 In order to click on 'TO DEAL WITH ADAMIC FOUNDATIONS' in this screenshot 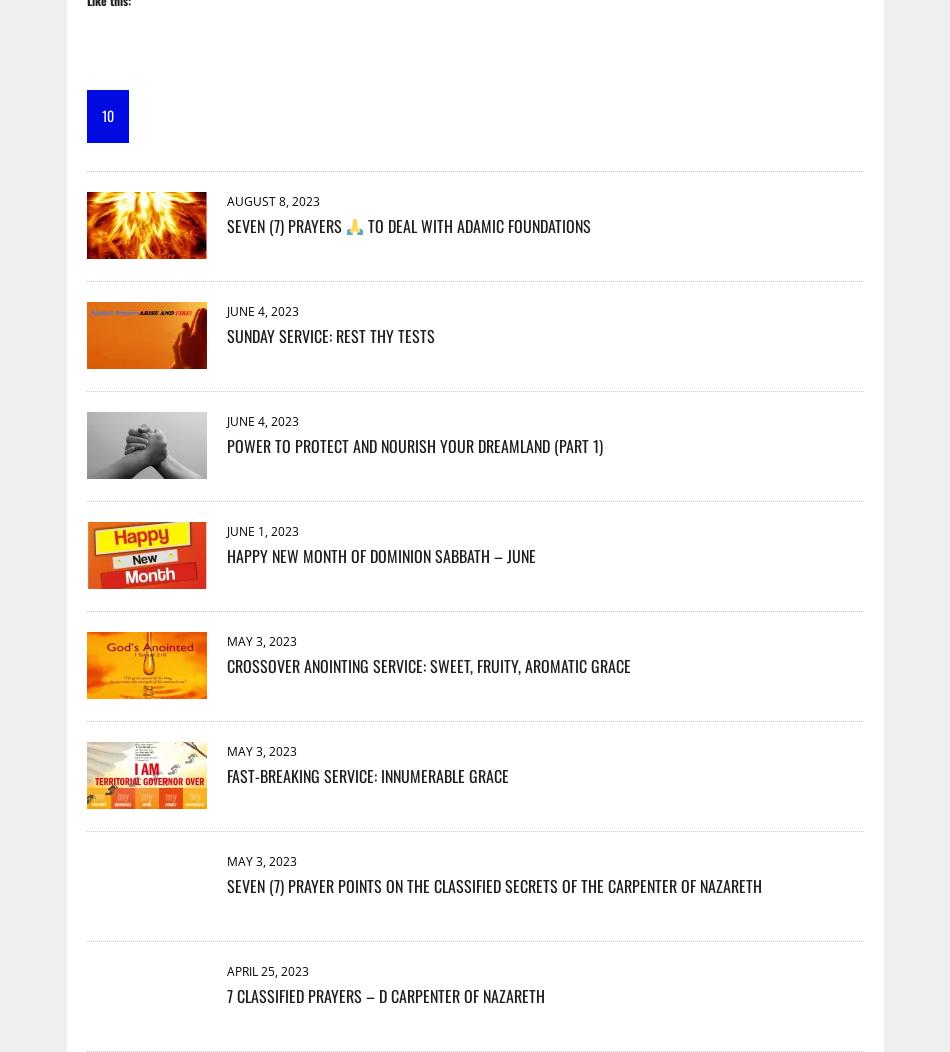, I will do `click(361, 224)`.